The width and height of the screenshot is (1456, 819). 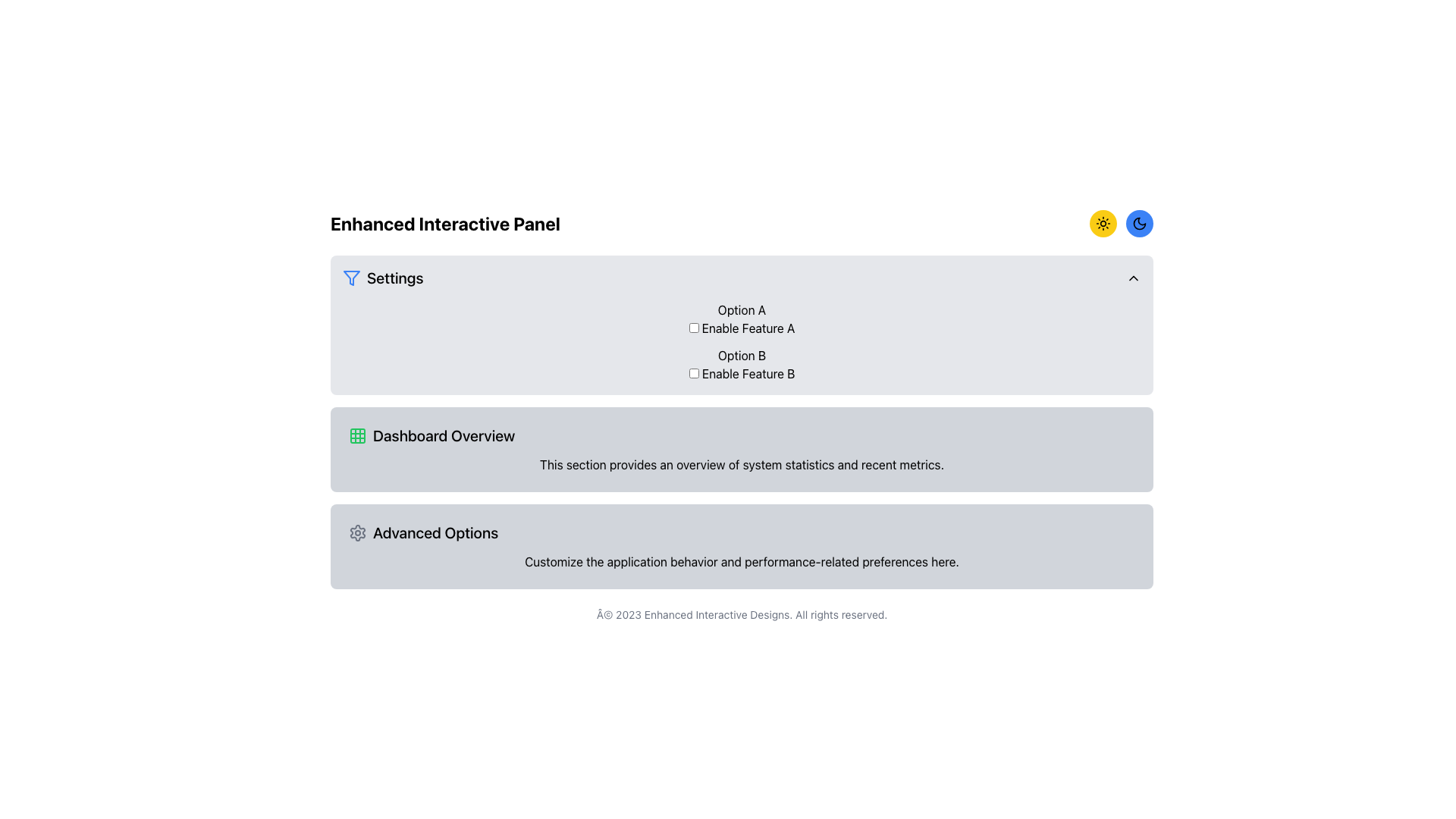 What do you see at coordinates (1133, 278) in the screenshot?
I see `the triangular-shaped icon pointing upwards in the 'Settings' panel` at bounding box center [1133, 278].